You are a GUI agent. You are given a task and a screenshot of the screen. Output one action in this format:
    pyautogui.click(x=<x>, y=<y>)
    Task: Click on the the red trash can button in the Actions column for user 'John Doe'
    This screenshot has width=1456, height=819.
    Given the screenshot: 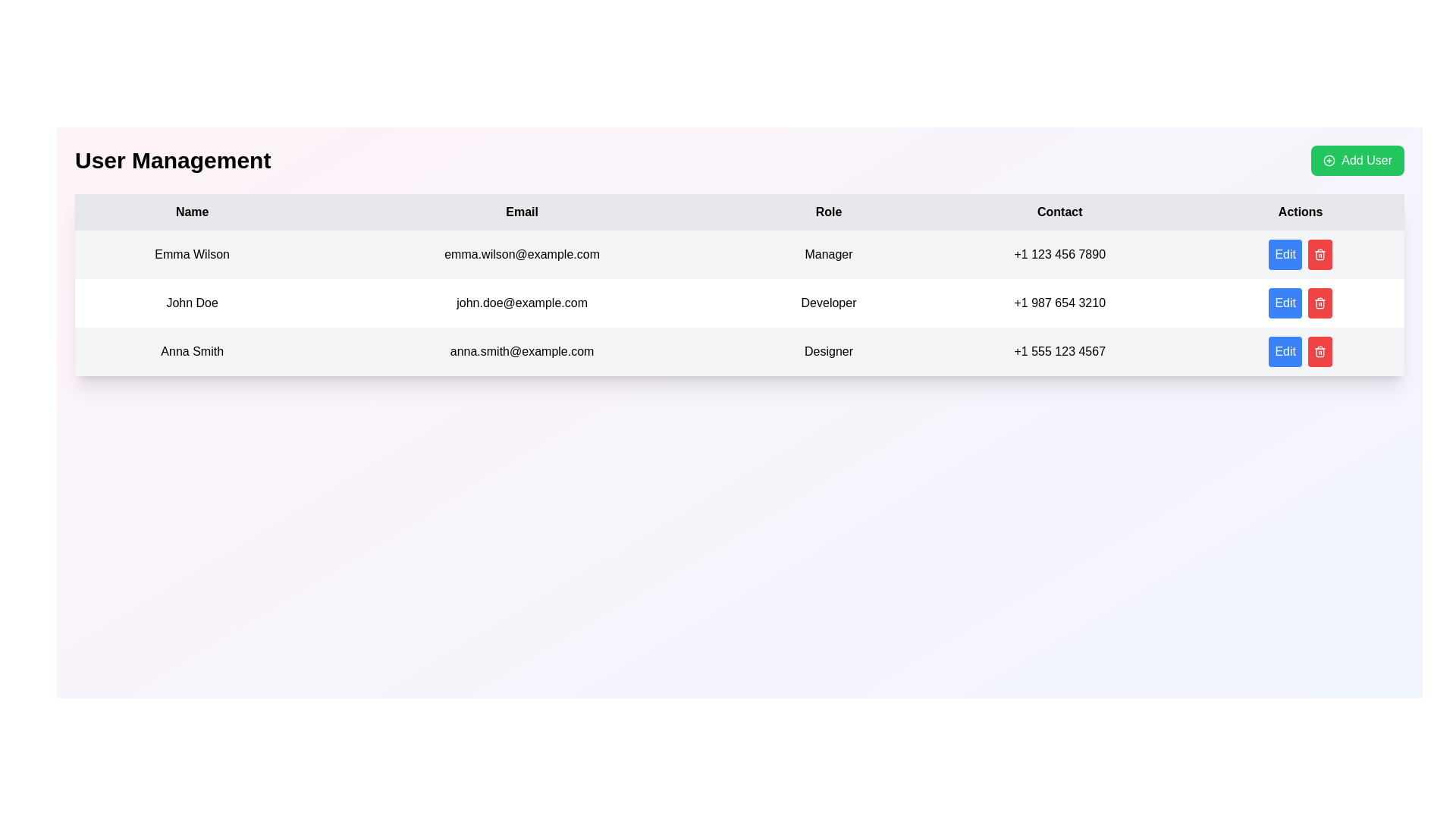 What is the action you would take?
    pyautogui.click(x=1319, y=303)
    